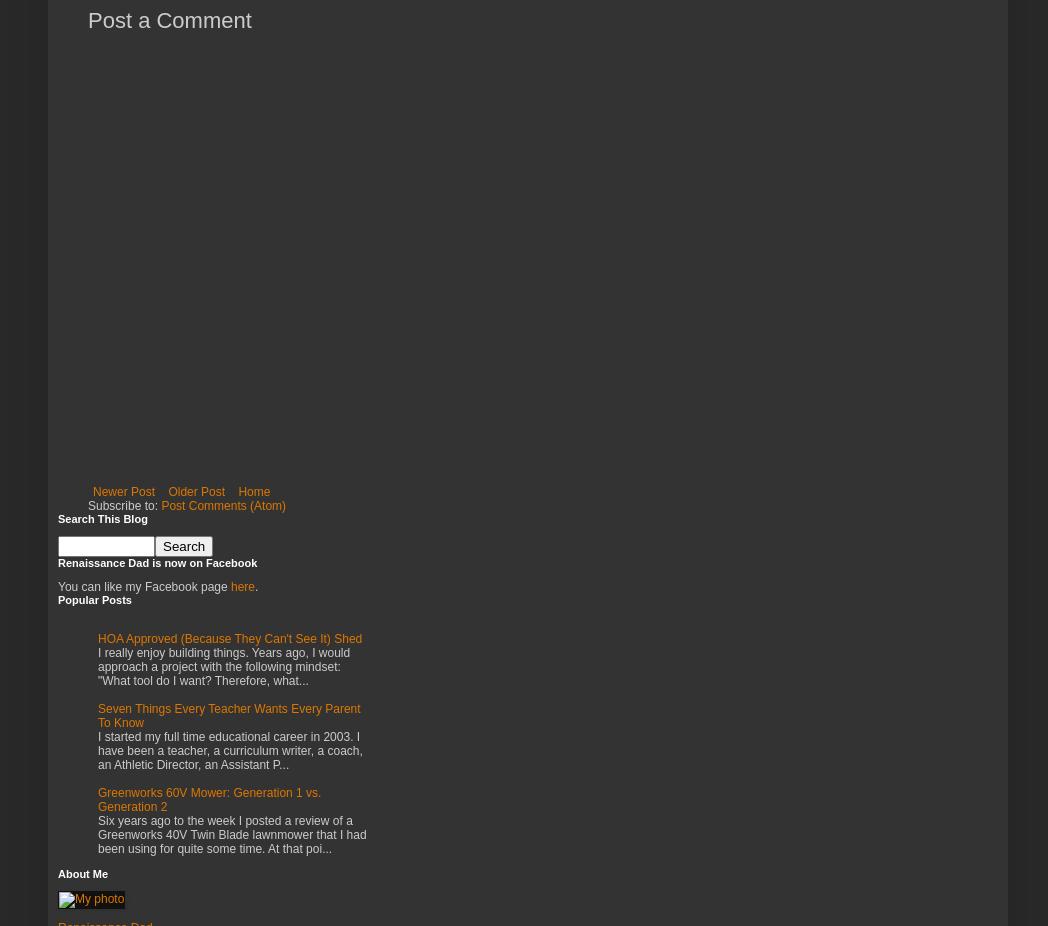  I want to click on 'Subscribe to:', so click(123, 504).